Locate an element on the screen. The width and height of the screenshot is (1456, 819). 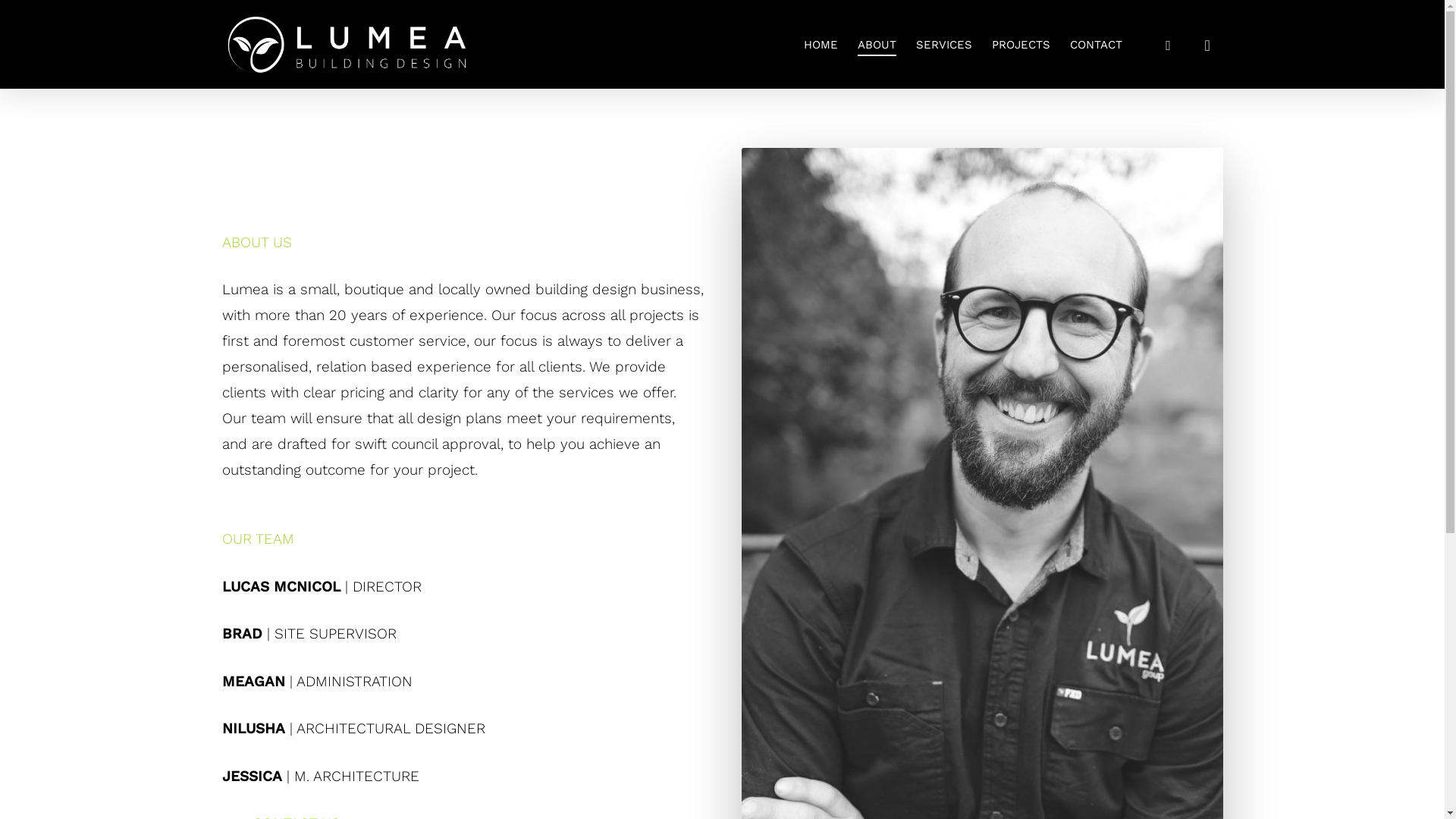
'PROJECTS' is located at coordinates (1021, 42).